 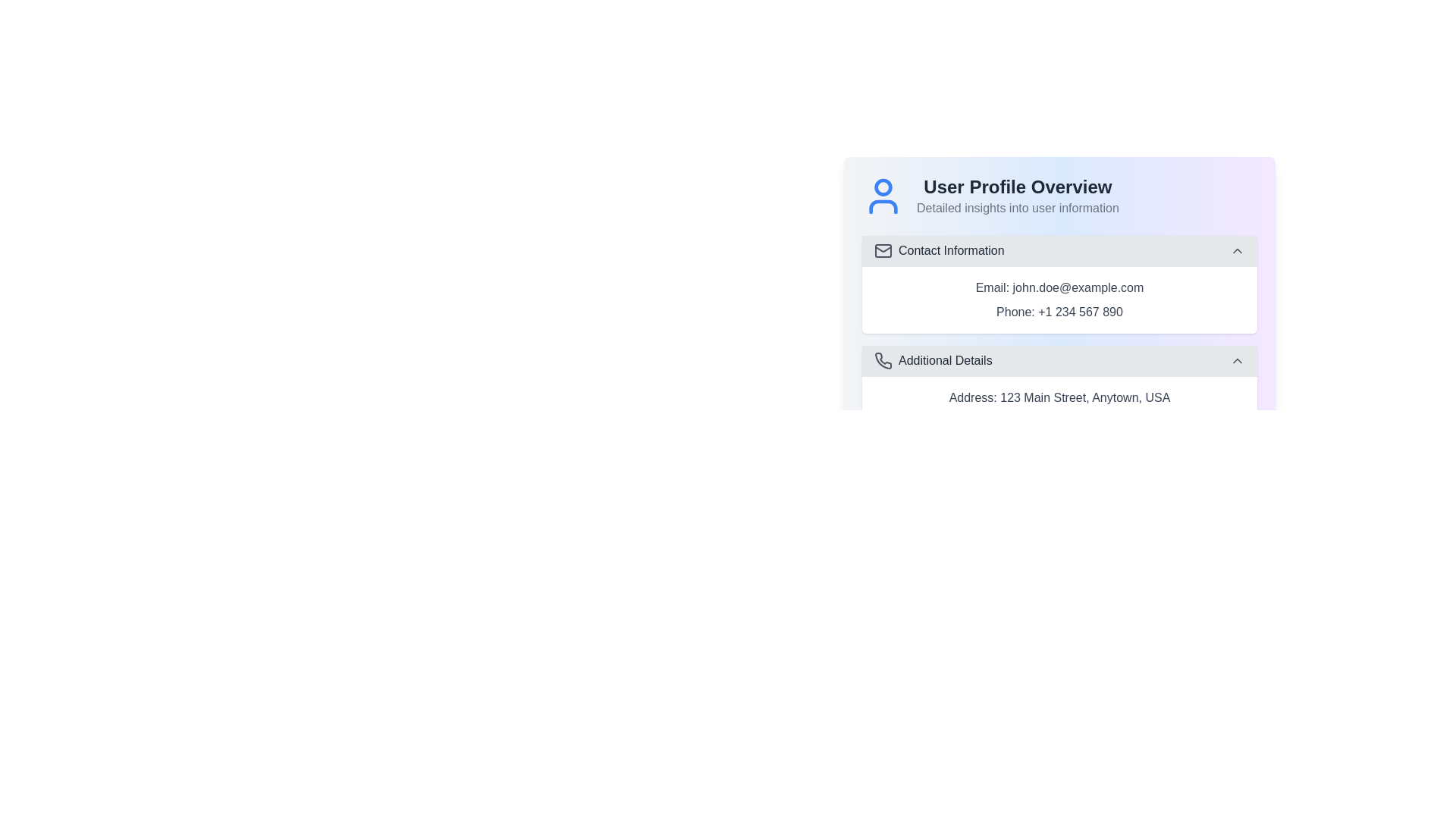 What do you see at coordinates (950, 250) in the screenshot?
I see `the text label displaying 'Contact Information', which is styled in gray and positioned near an envelope icon within the collapsible panel header of the 'User Profile Overview' card` at bounding box center [950, 250].